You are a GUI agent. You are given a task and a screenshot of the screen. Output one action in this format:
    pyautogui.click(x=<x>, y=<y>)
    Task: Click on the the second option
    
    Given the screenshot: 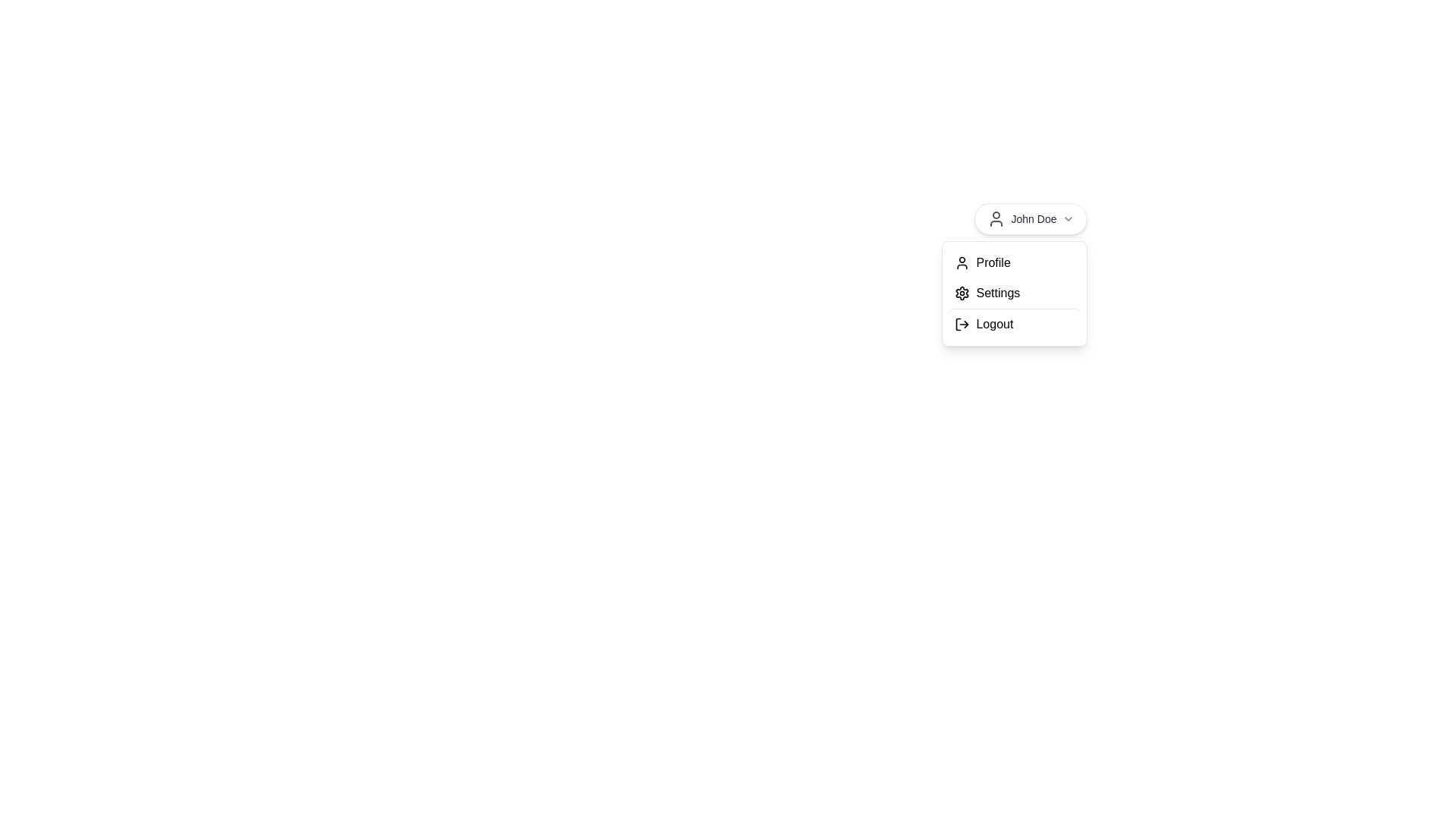 What is the action you would take?
    pyautogui.click(x=1015, y=293)
    